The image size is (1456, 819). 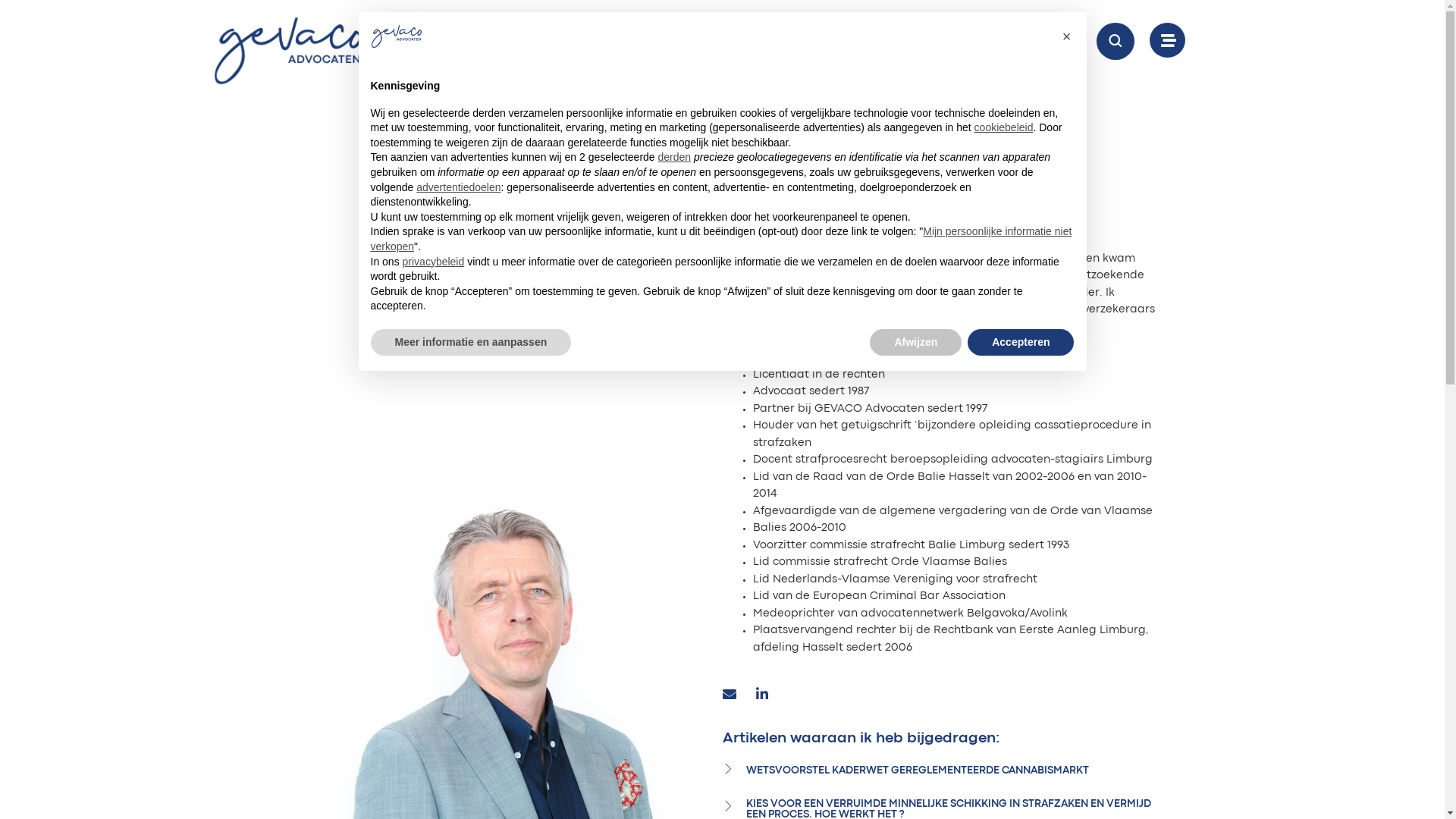 I want to click on 'Accepteren', so click(x=1020, y=342).